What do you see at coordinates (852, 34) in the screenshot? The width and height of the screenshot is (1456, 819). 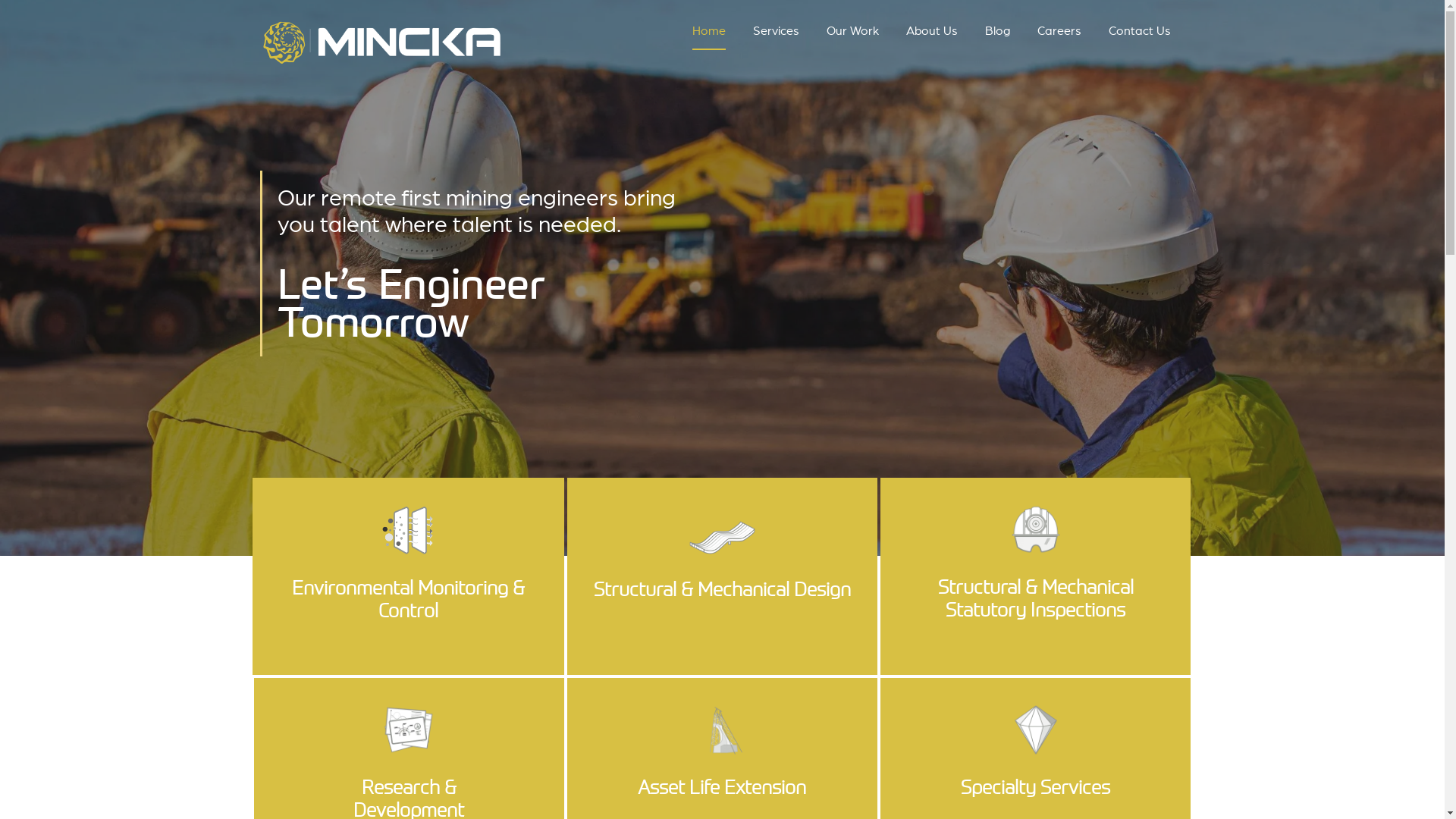 I see `'Our Work'` at bounding box center [852, 34].